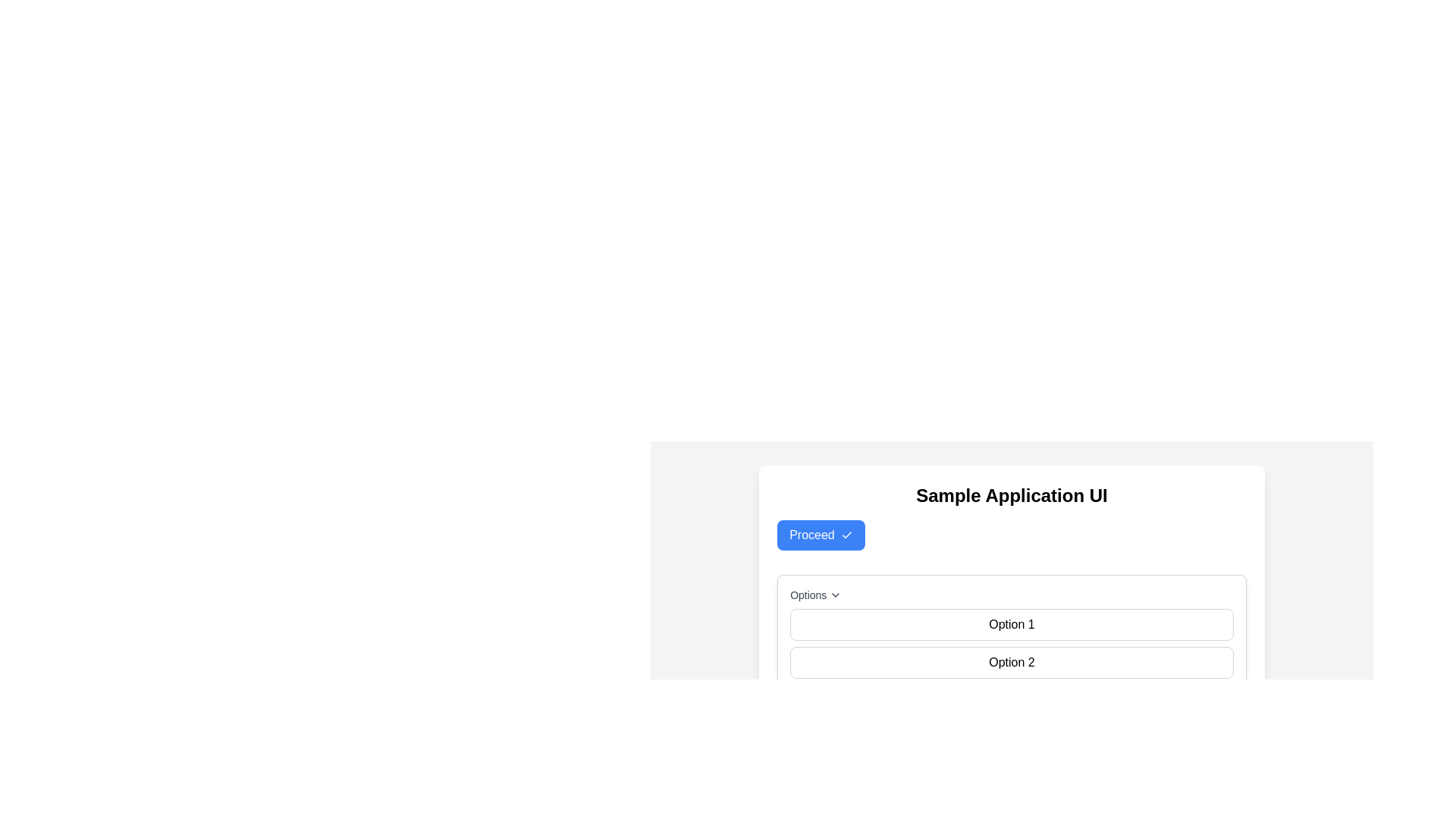 The image size is (1456, 819). I want to click on the check mark icon that signifies confirmation, located towards the right side of the 'Proceed' button near the top-left portion of the main content area, so click(846, 534).